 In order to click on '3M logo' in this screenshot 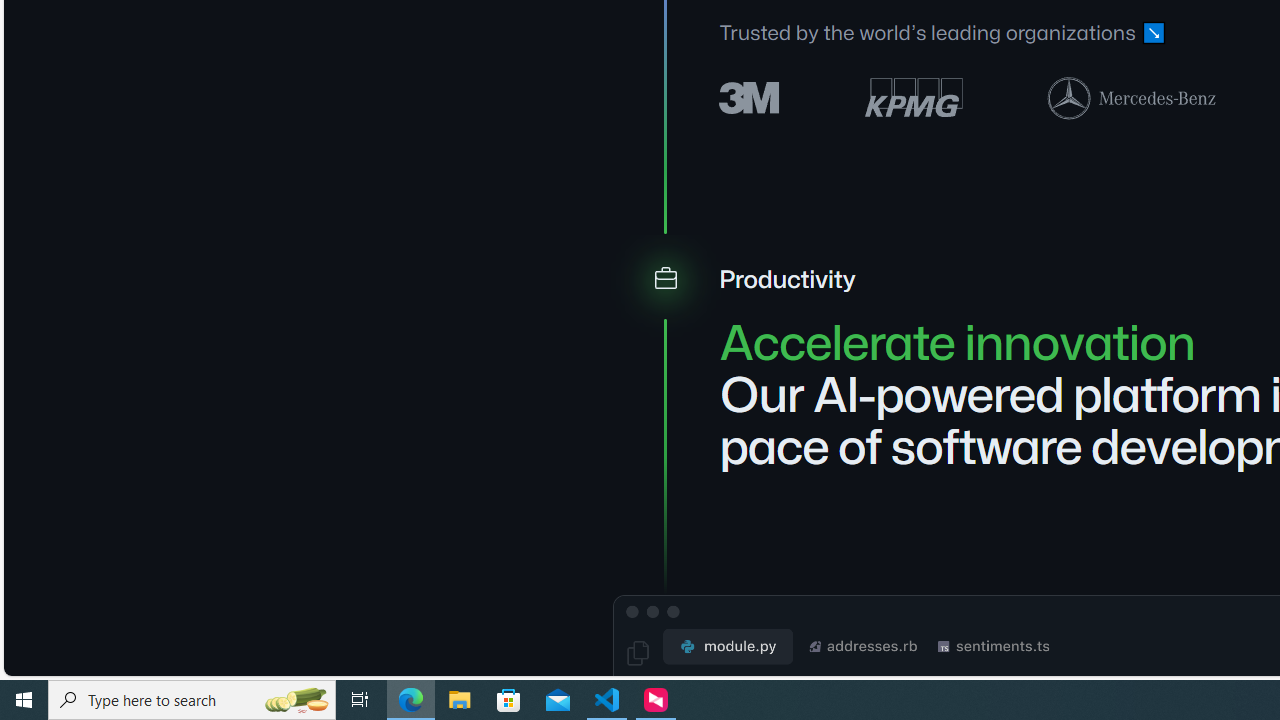, I will do `click(749, 97)`.